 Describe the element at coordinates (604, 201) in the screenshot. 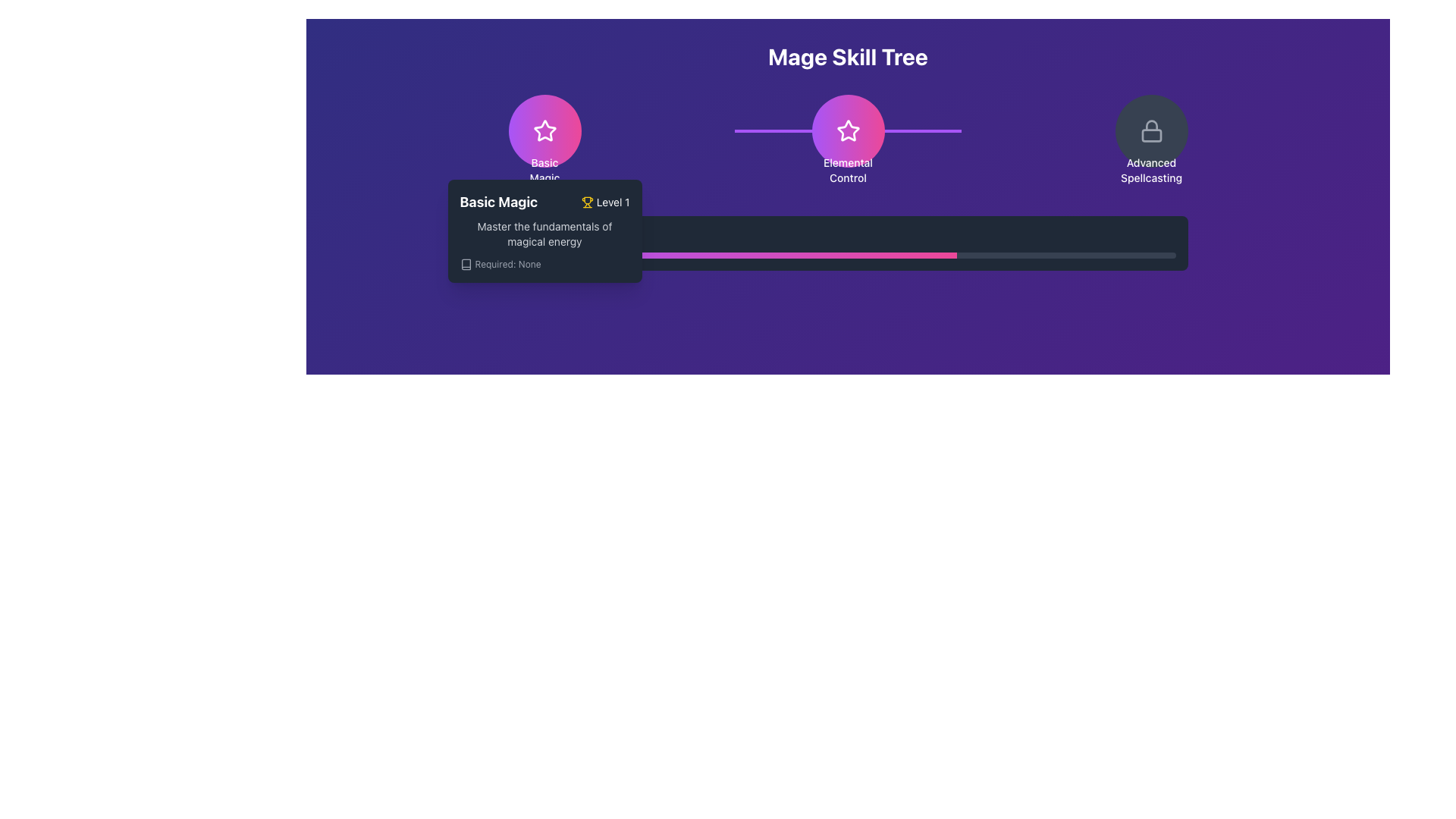

I see `the informational label element featuring a yellow trophy icon followed by the text 'Level 1', located at the bottom-left corner of the interface near the 'Basic Magic' skill node` at that location.